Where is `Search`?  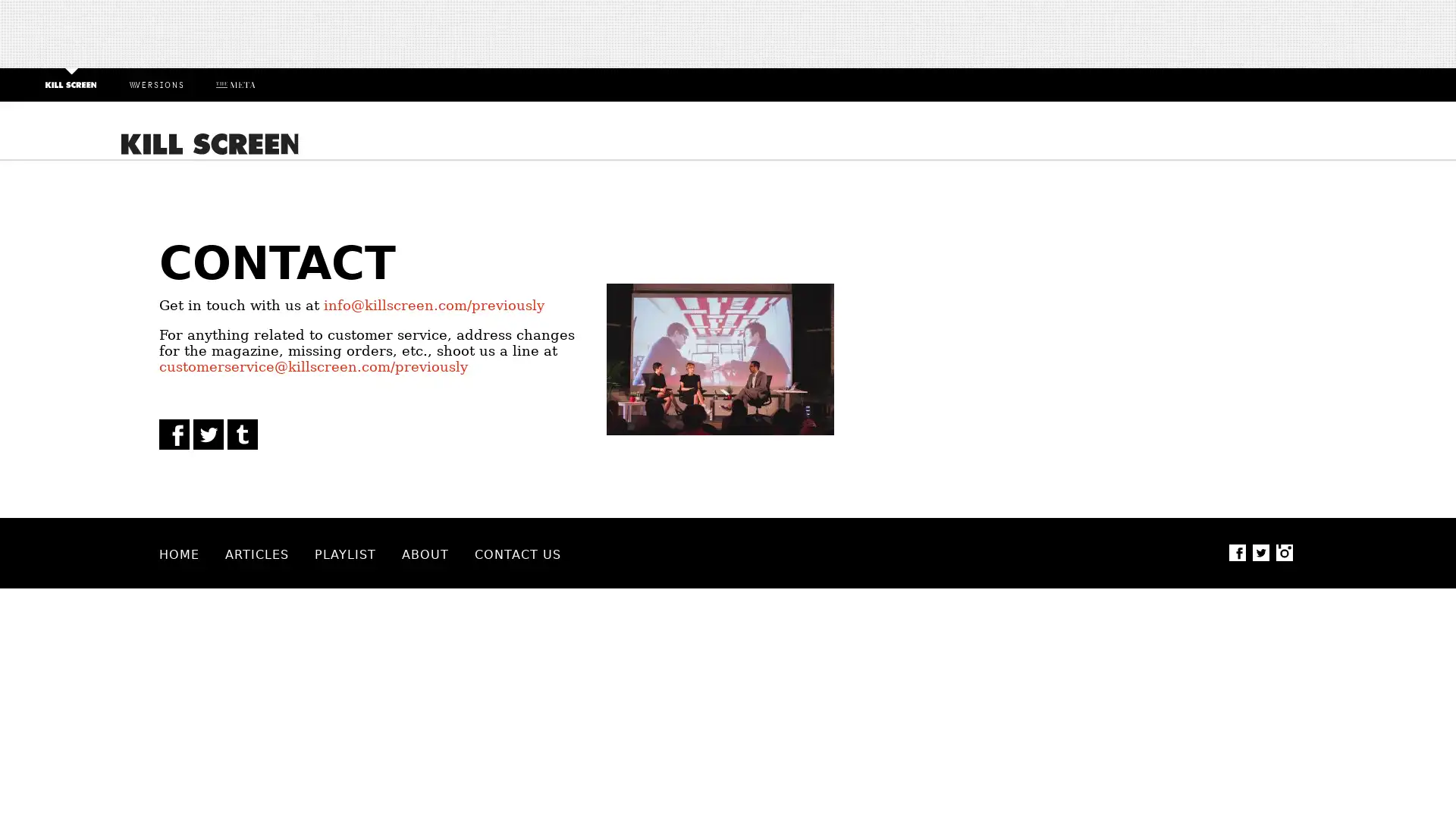
Search is located at coordinates (1260, 148).